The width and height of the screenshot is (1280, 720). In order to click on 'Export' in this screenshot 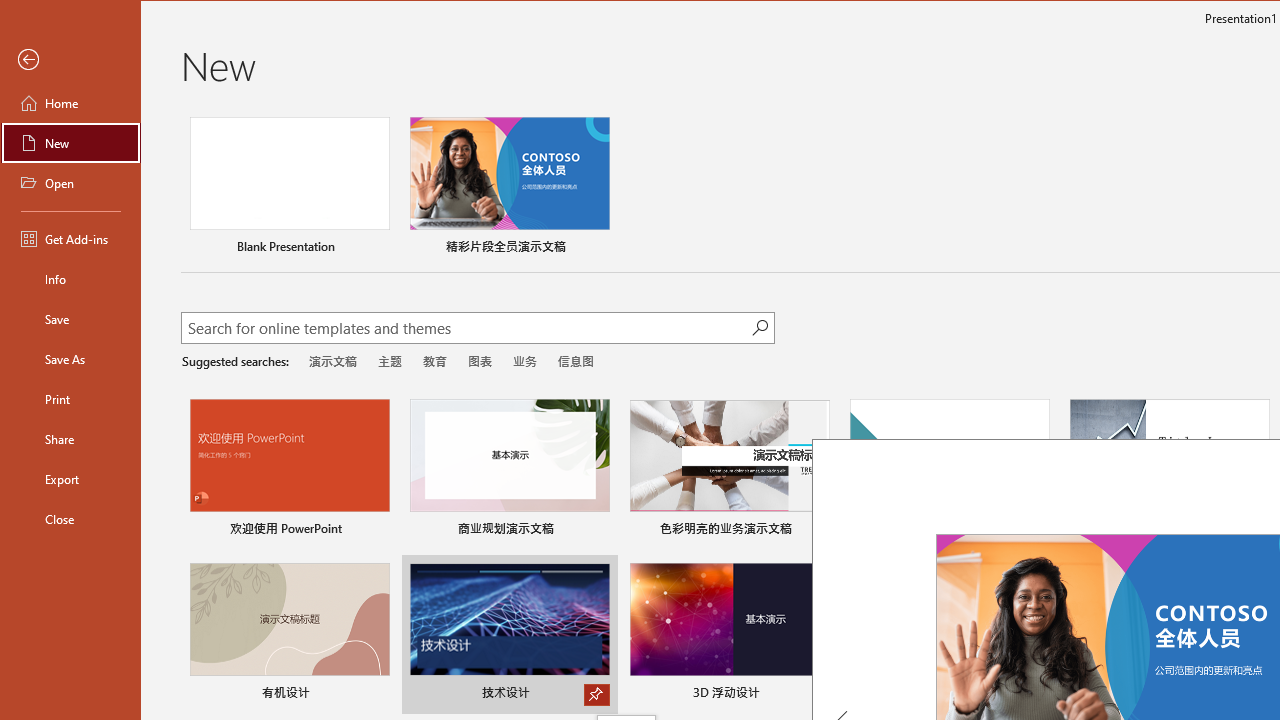, I will do `click(71, 479)`.